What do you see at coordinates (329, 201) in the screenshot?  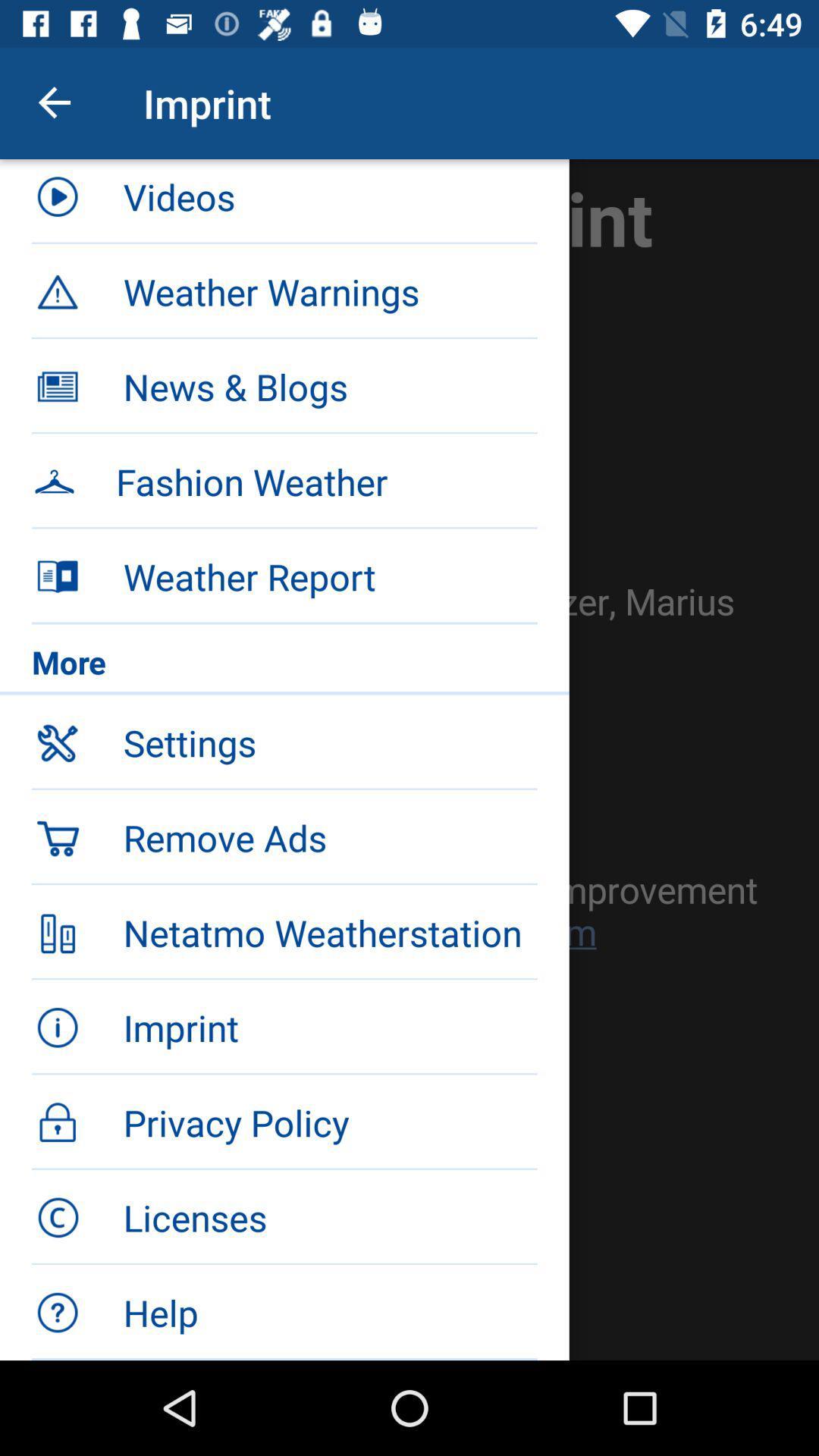 I see `the videos item` at bounding box center [329, 201].